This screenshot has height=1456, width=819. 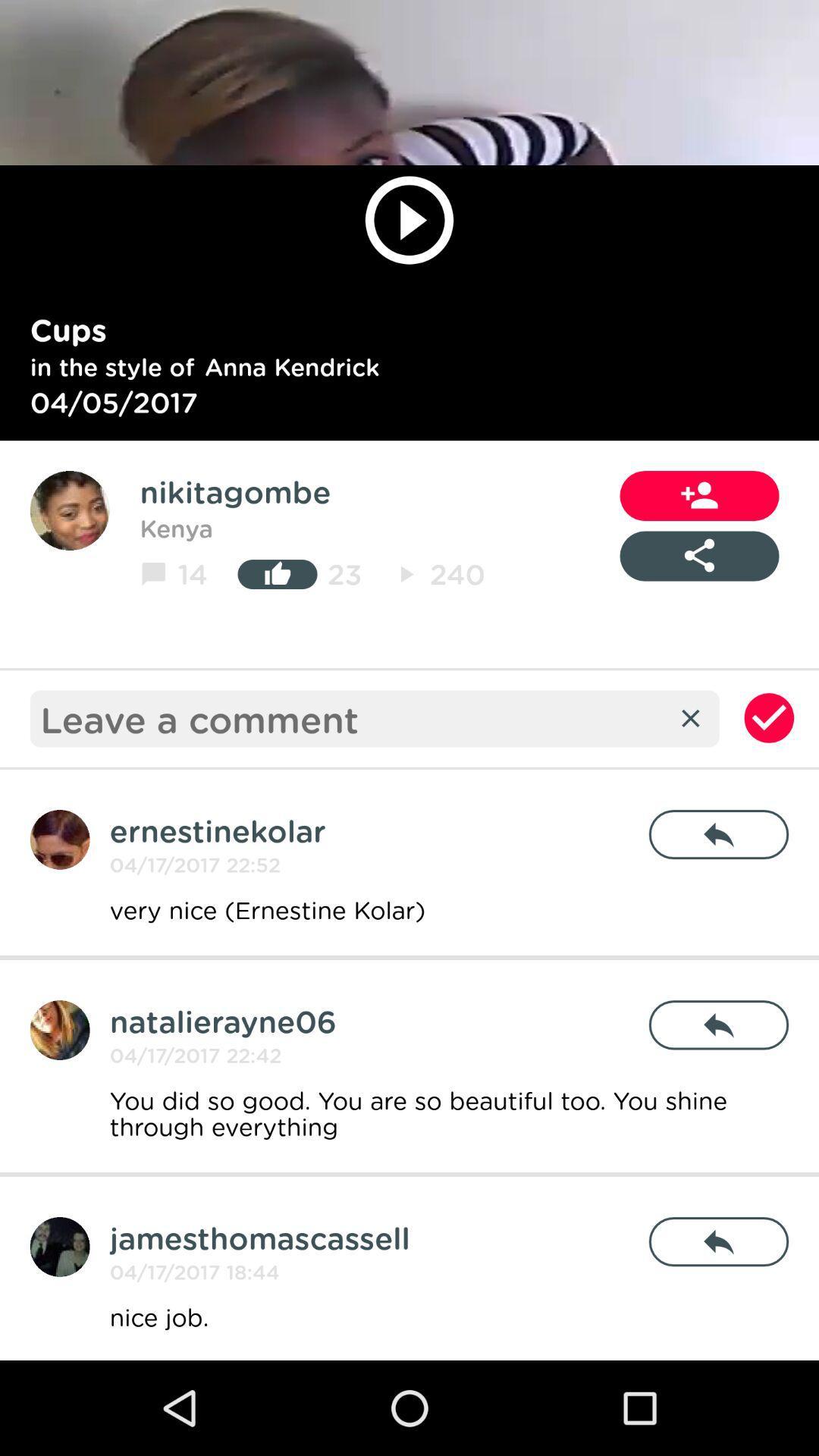 What do you see at coordinates (59, 1030) in the screenshot?
I see `add` at bounding box center [59, 1030].